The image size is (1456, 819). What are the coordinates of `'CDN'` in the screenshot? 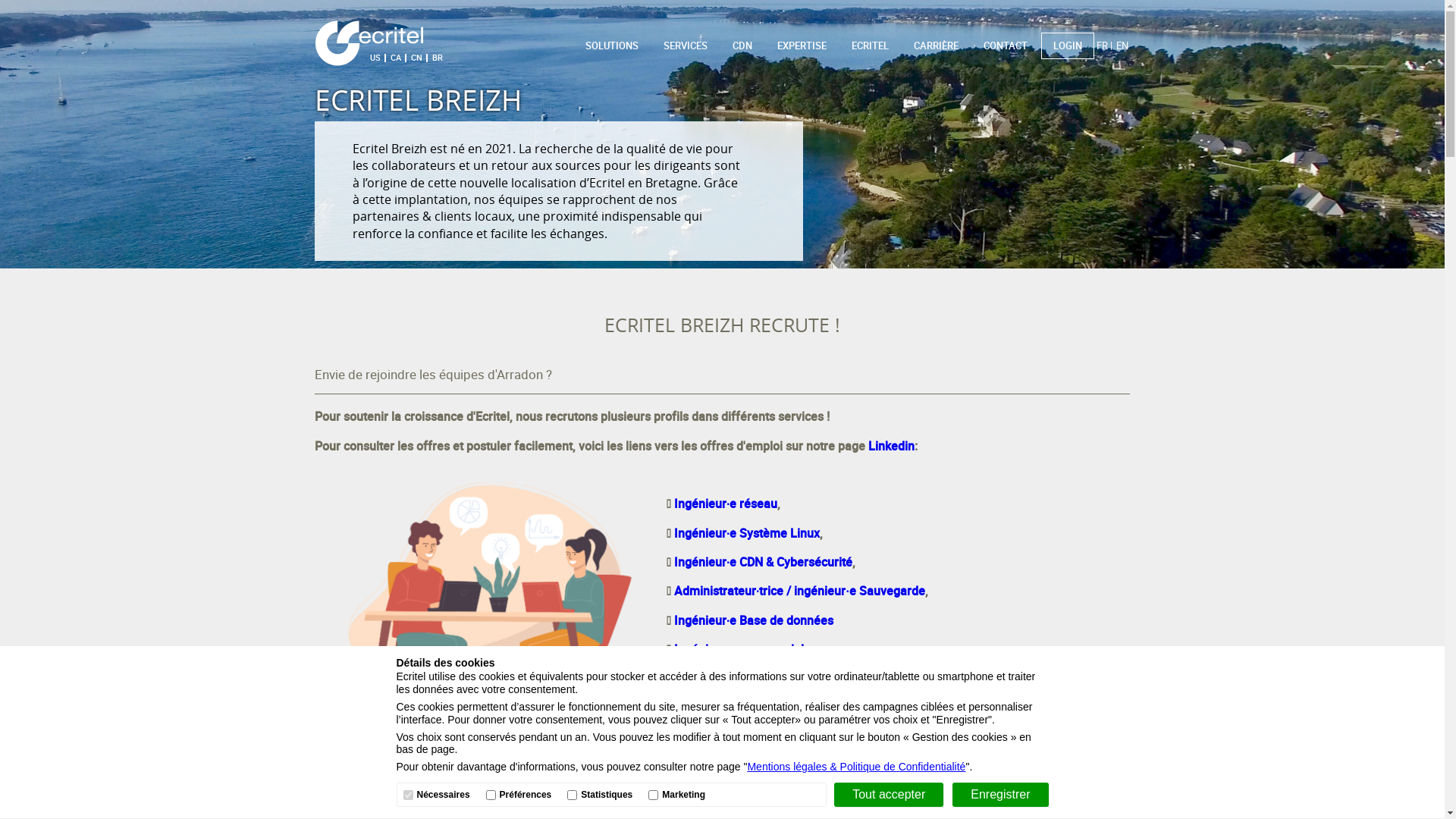 It's located at (742, 45).